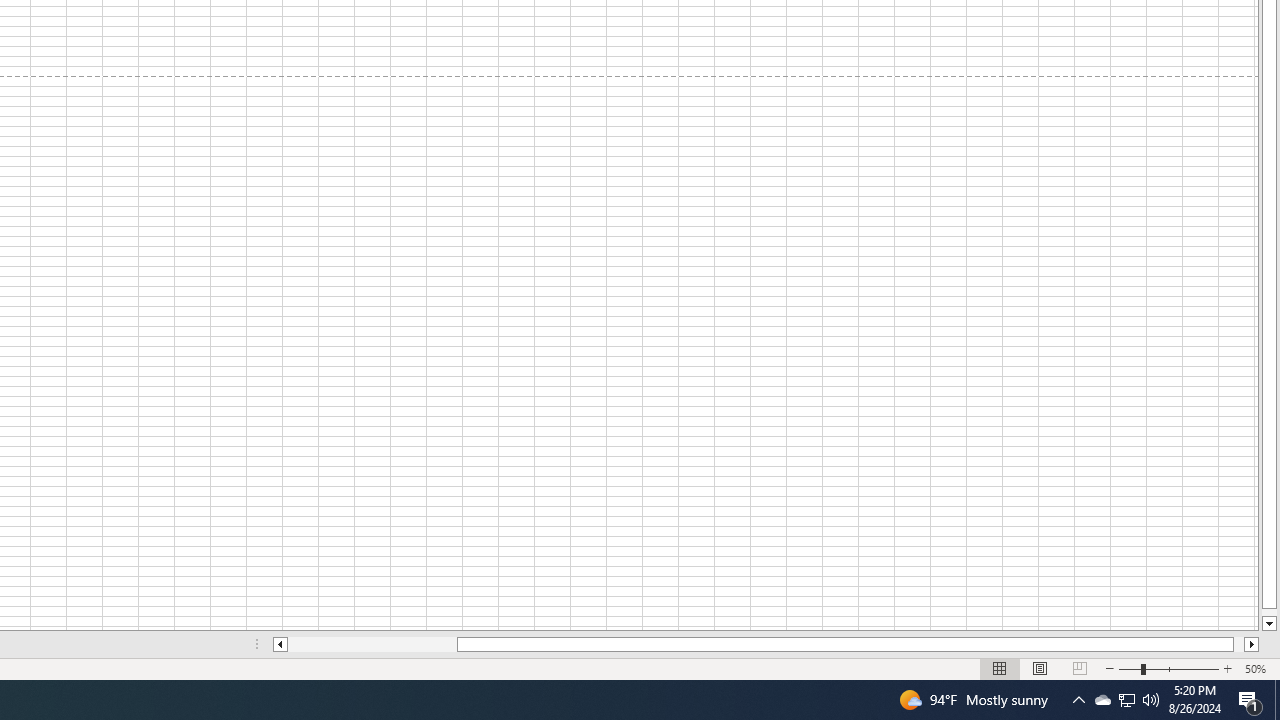  I want to click on 'Page Break Preview', so click(1078, 669).